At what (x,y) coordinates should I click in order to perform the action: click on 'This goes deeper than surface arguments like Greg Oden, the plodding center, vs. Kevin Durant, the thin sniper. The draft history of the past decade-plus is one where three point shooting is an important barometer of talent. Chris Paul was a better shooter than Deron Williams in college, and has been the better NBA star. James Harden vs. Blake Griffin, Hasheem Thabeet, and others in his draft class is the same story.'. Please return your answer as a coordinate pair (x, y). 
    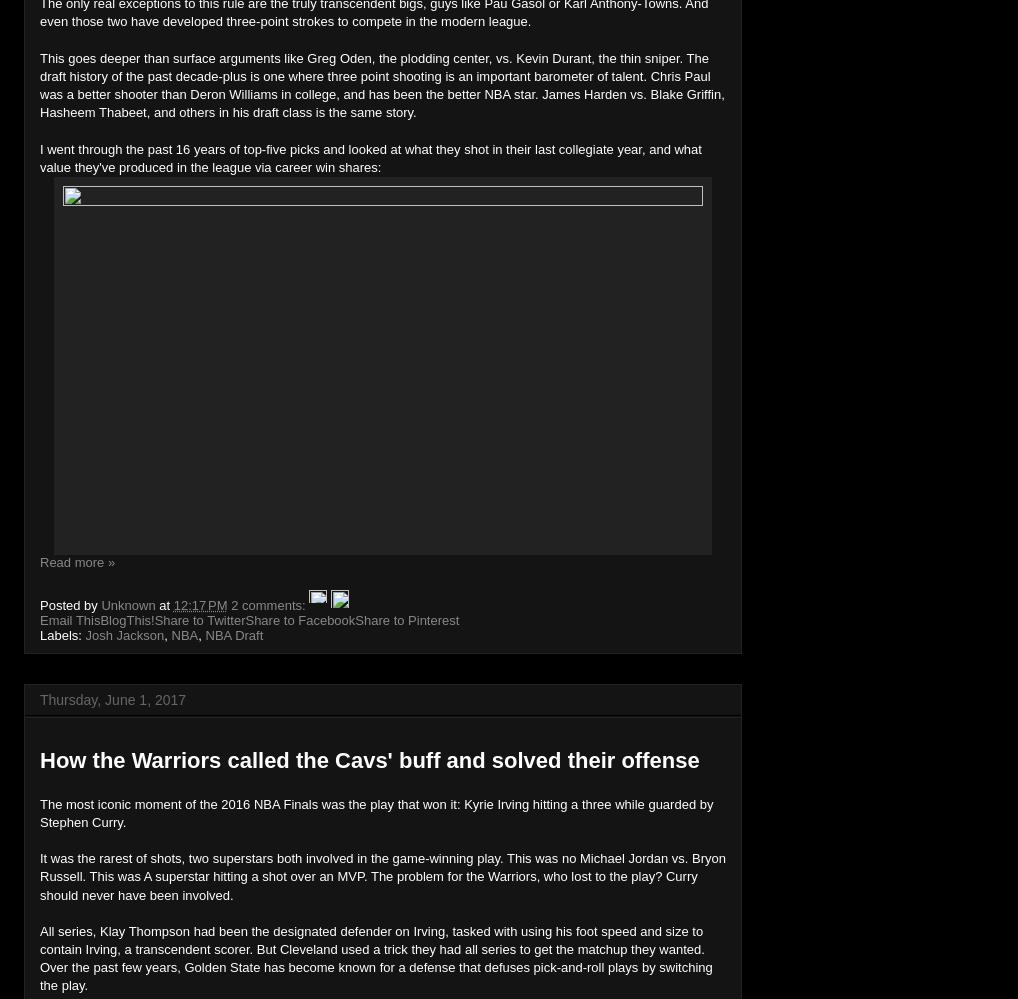
    Looking at the image, I should click on (381, 84).